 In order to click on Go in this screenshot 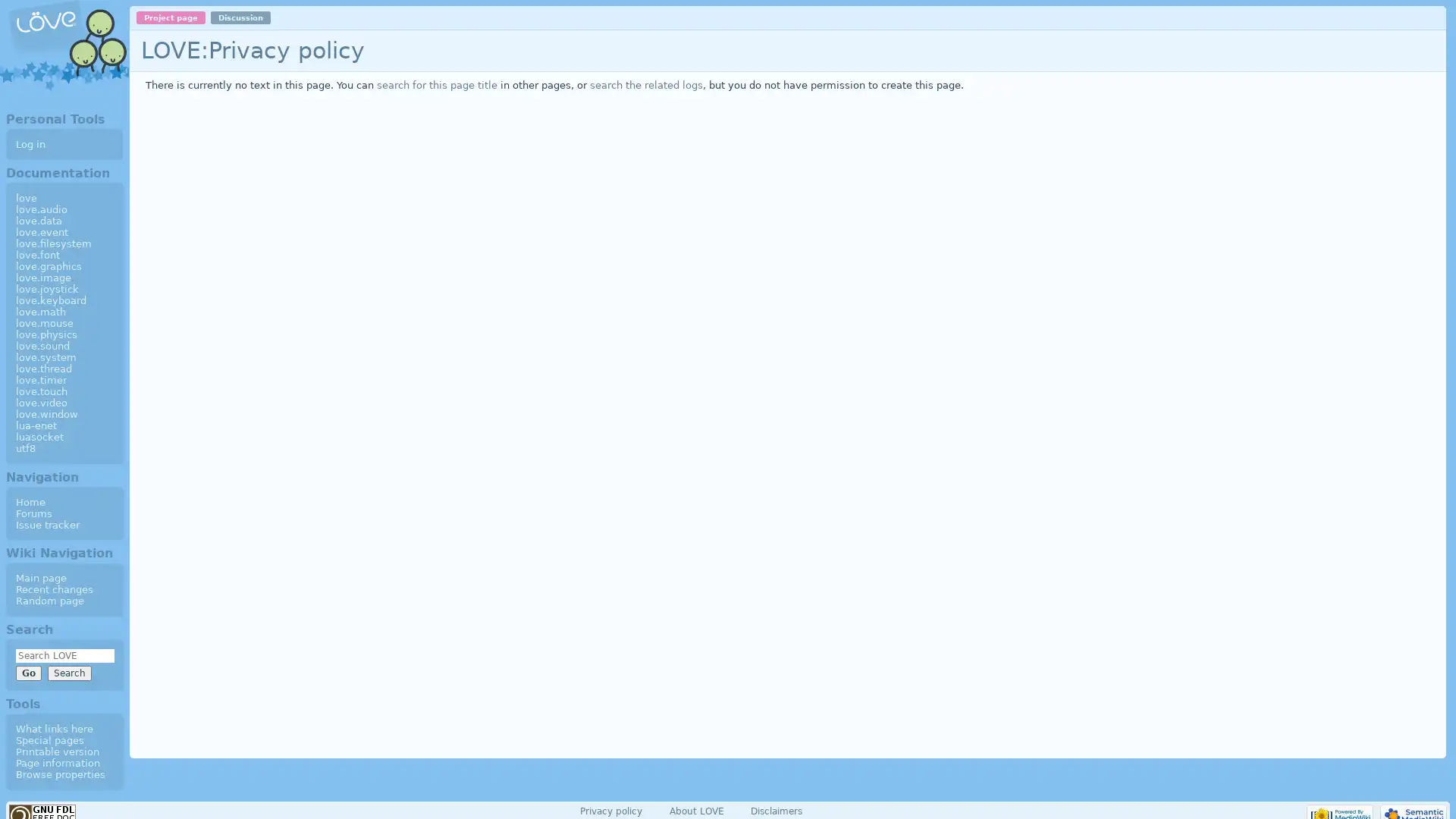, I will do `click(28, 672)`.